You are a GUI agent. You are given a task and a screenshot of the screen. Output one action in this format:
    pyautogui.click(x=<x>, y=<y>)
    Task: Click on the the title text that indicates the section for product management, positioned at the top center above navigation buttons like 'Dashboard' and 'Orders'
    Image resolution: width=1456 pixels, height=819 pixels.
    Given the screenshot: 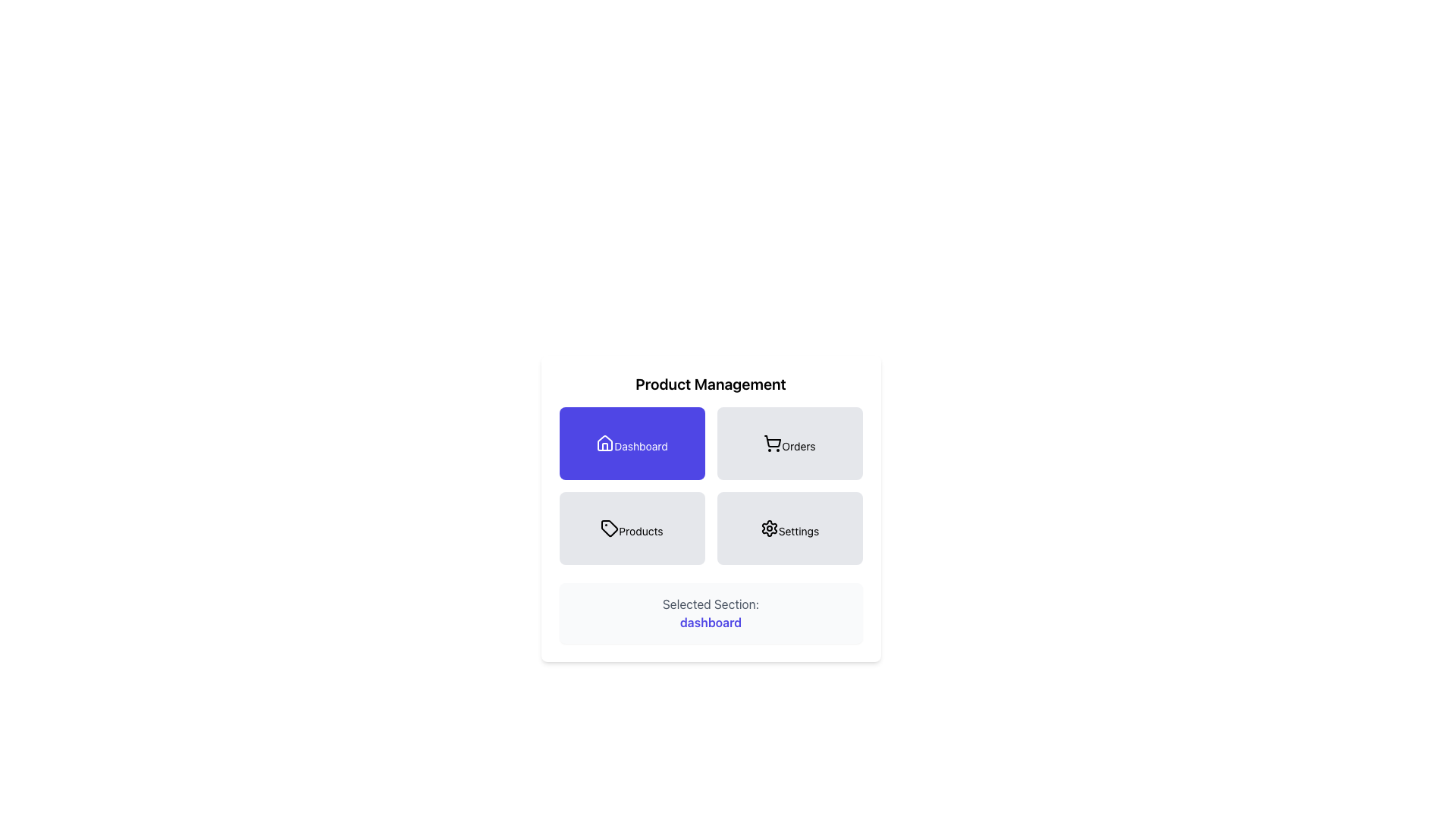 What is the action you would take?
    pyautogui.click(x=710, y=383)
    